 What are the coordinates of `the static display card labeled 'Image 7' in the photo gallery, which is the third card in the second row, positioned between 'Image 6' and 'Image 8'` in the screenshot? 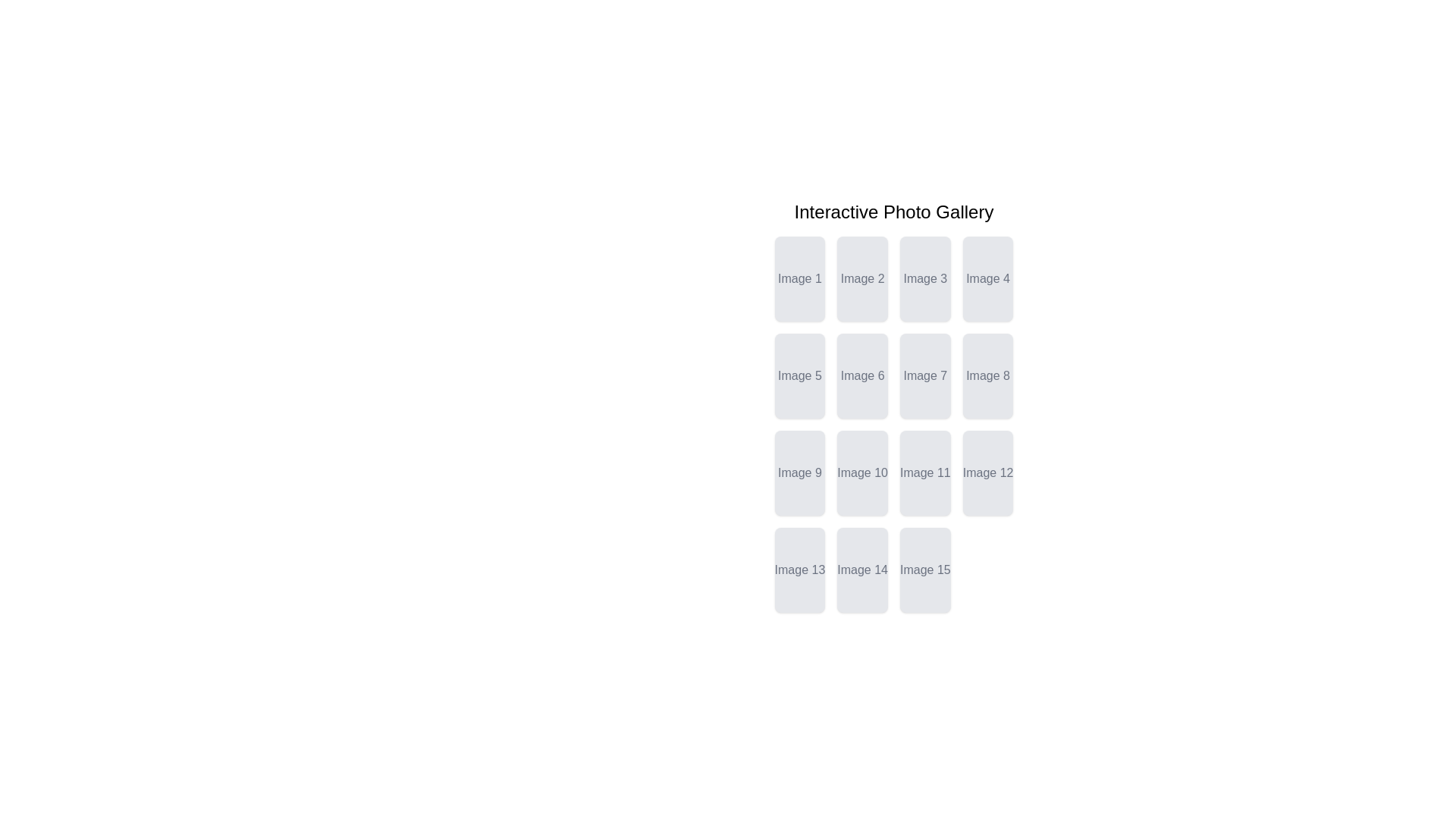 It's located at (924, 375).